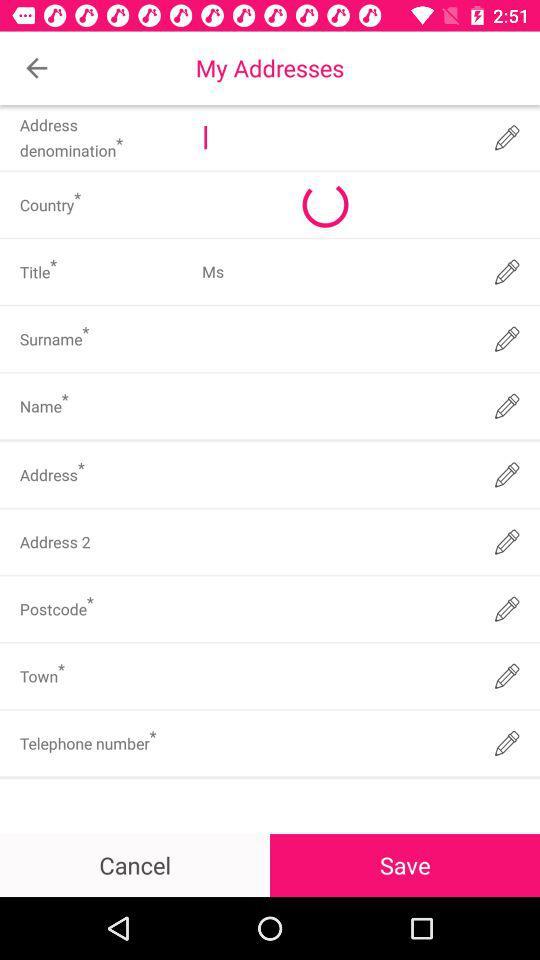  Describe the element at coordinates (335, 742) in the screenshot. I see `input information` at that location.